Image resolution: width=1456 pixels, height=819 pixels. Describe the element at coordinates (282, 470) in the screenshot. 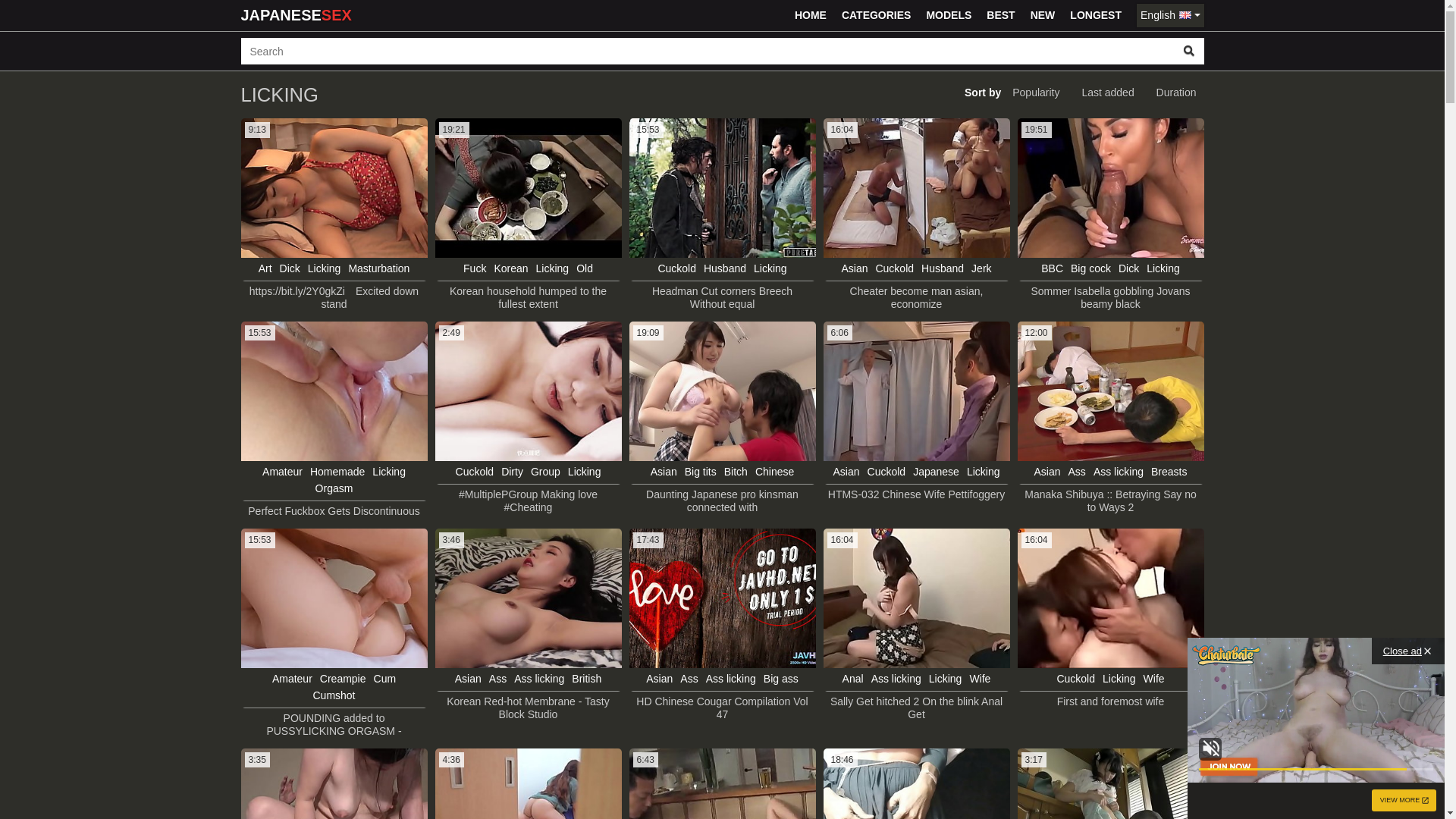

I see `'Amateur'` at that location.